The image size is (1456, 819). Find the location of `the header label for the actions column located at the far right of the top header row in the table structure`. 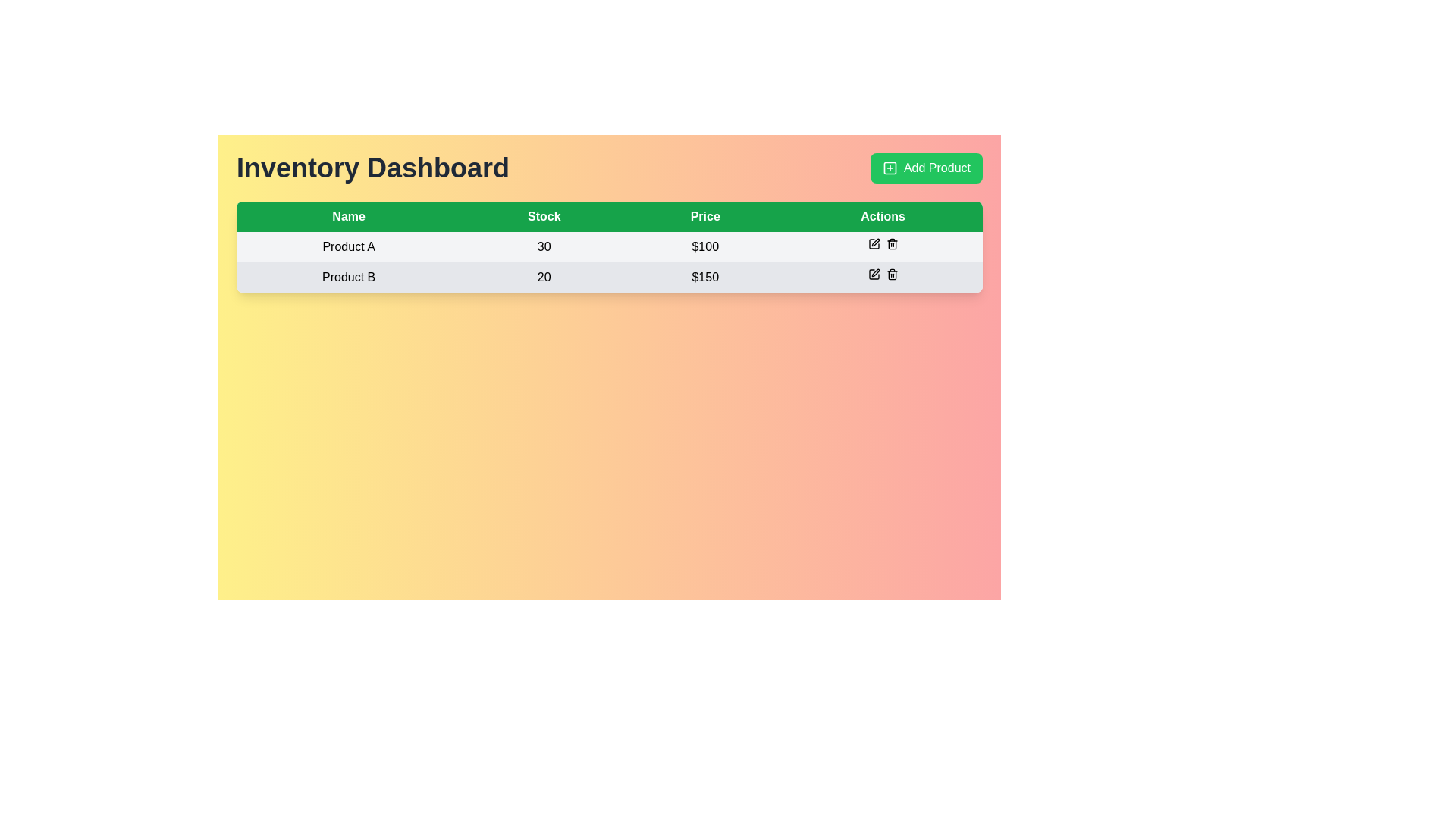

the header label for the actions column located at the far right of the top header row in the table structure is located at coordinates (883, 216).